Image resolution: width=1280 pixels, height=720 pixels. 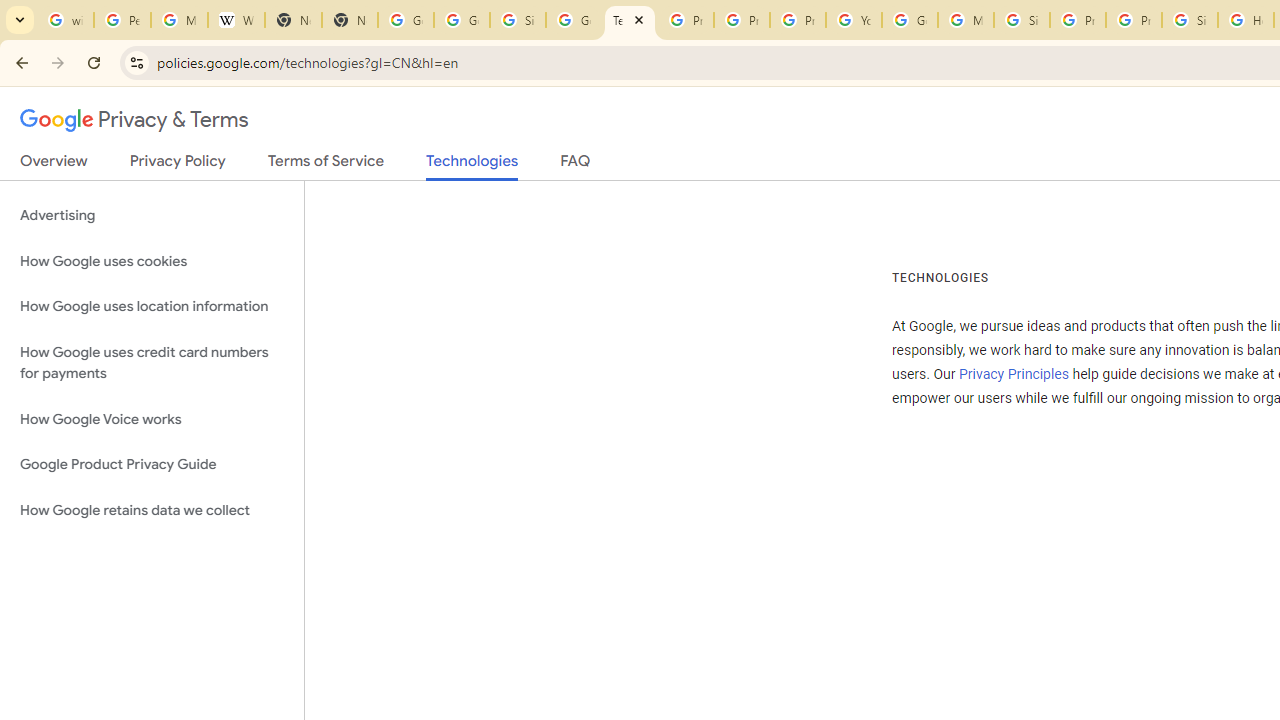 What do you see at coordinates (151, 260) in the screenshot?
I see `'How Google uses cookies'` at bounding box center [151, 260].